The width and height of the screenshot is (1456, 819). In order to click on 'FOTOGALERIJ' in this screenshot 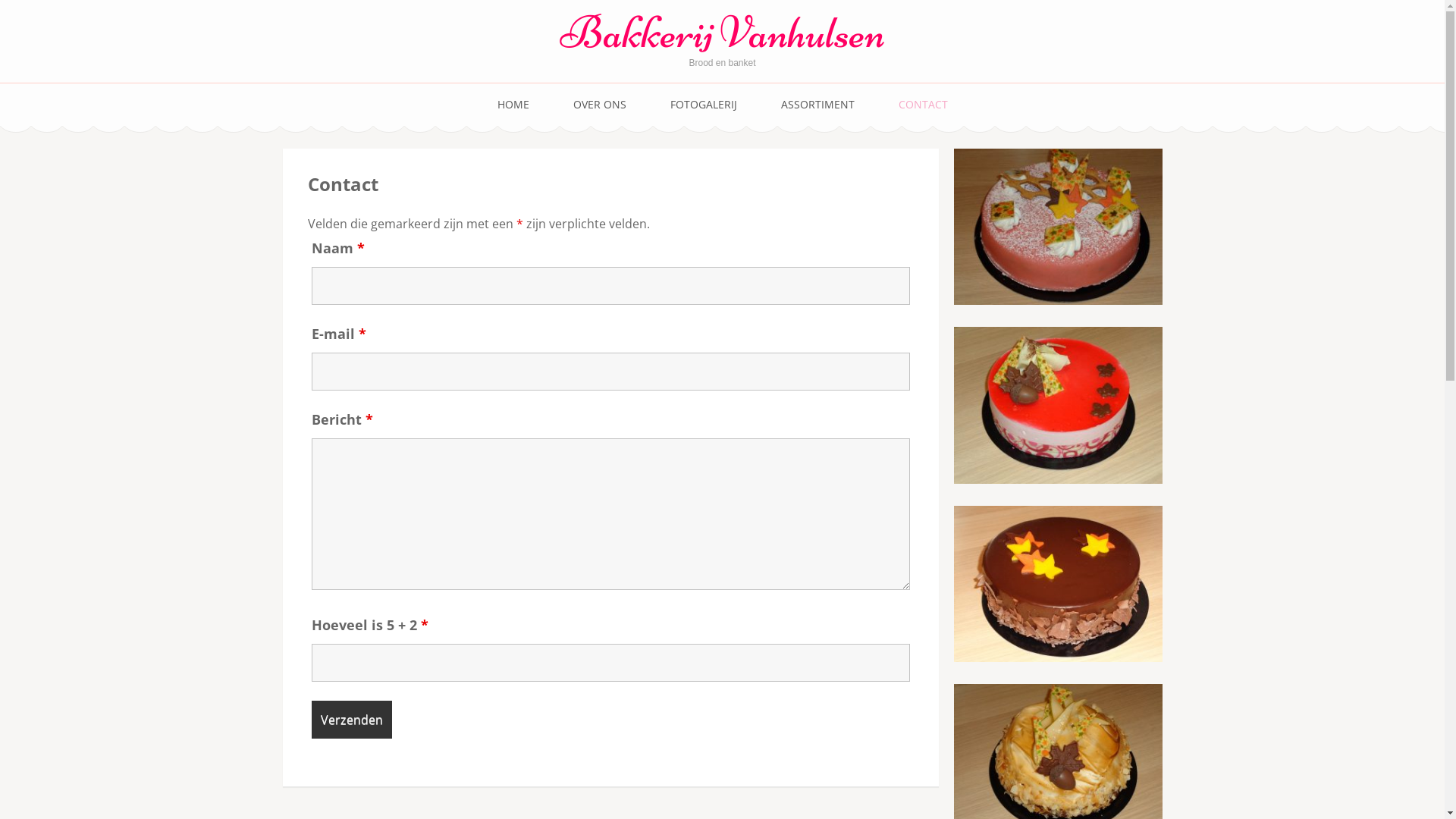, I will do `click(702, 104)`.